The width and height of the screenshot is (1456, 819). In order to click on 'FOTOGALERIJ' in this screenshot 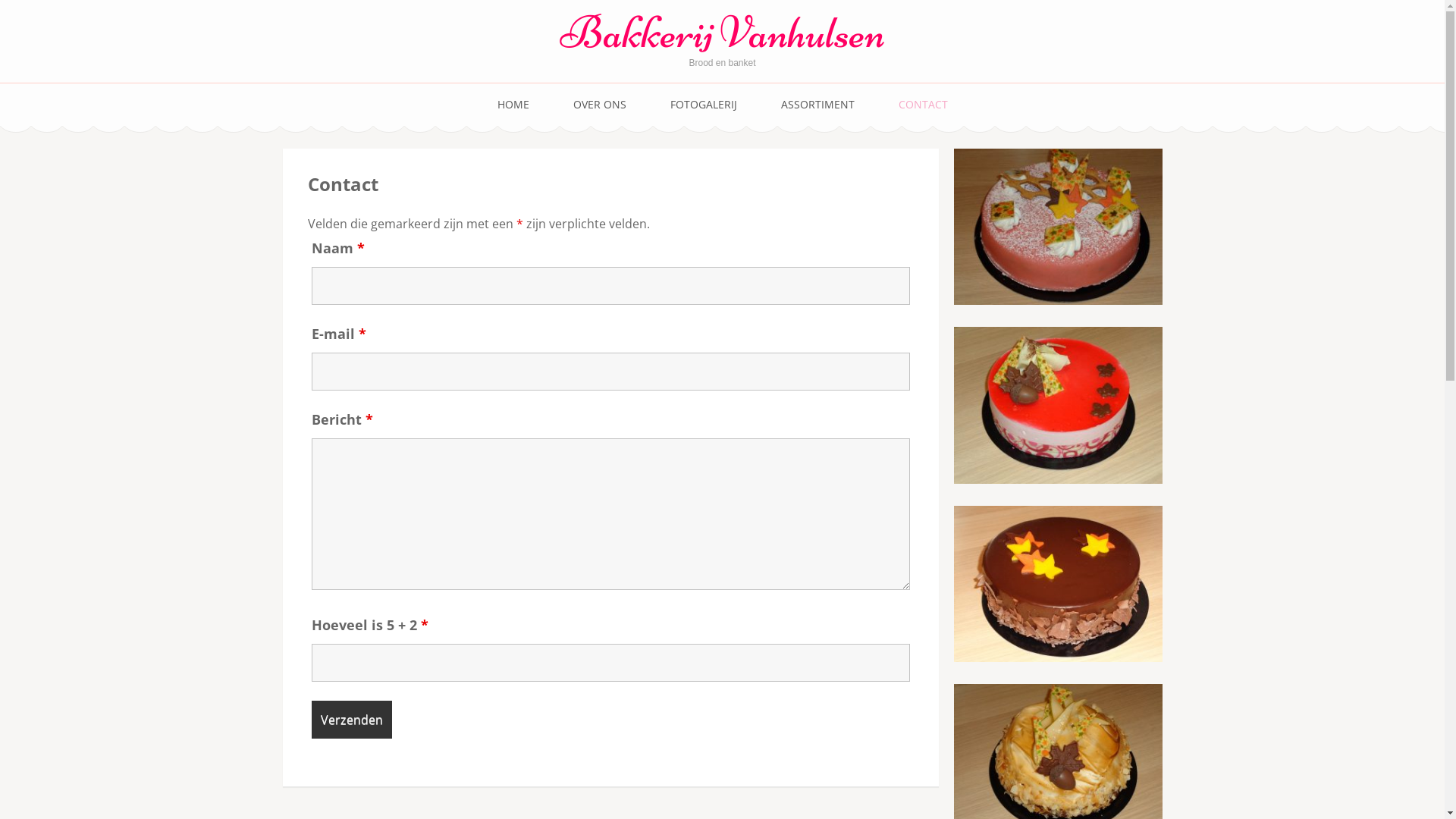, I will do `click(702, 104)`.